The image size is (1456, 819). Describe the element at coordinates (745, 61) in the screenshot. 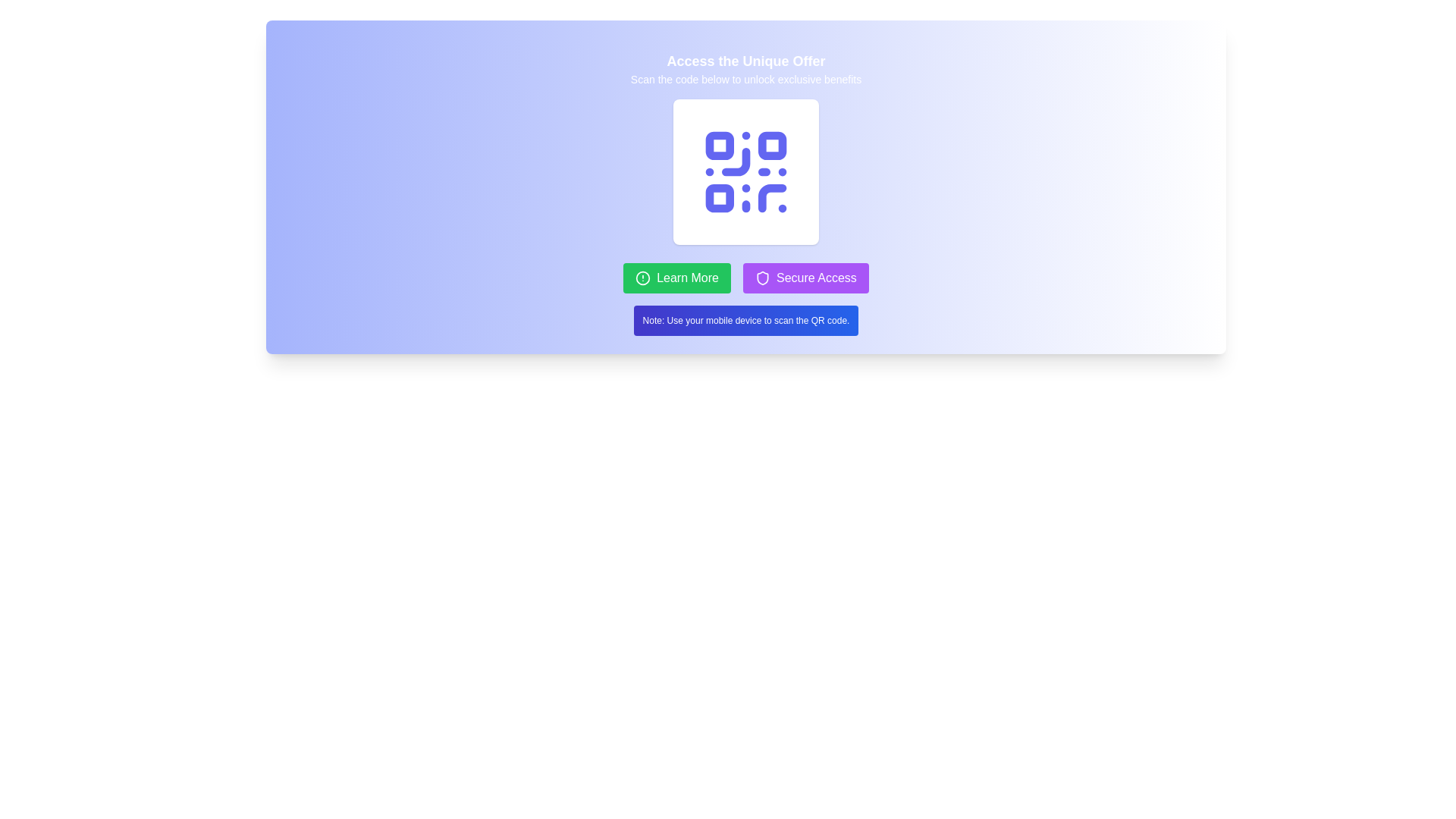

I see `the text label that reads 'Access the Unique Offer', which is prominently displayed in bold white font at the top of the interface` at that location.